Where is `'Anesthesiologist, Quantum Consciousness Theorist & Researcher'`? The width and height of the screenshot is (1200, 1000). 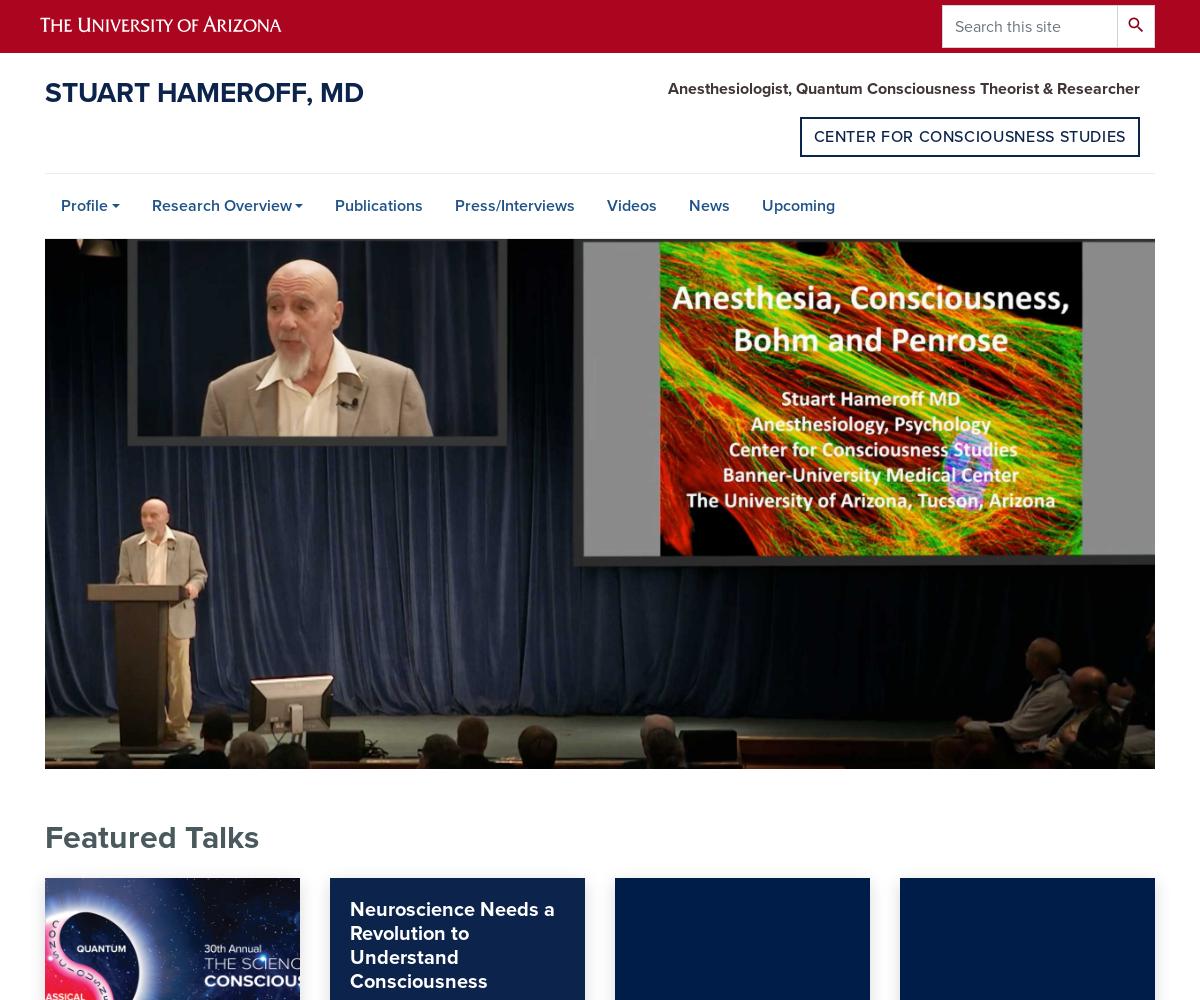 'Anesthesiologist, Quantum Consciousness Theorist & Researcher' is located at coordinates (666, 88).